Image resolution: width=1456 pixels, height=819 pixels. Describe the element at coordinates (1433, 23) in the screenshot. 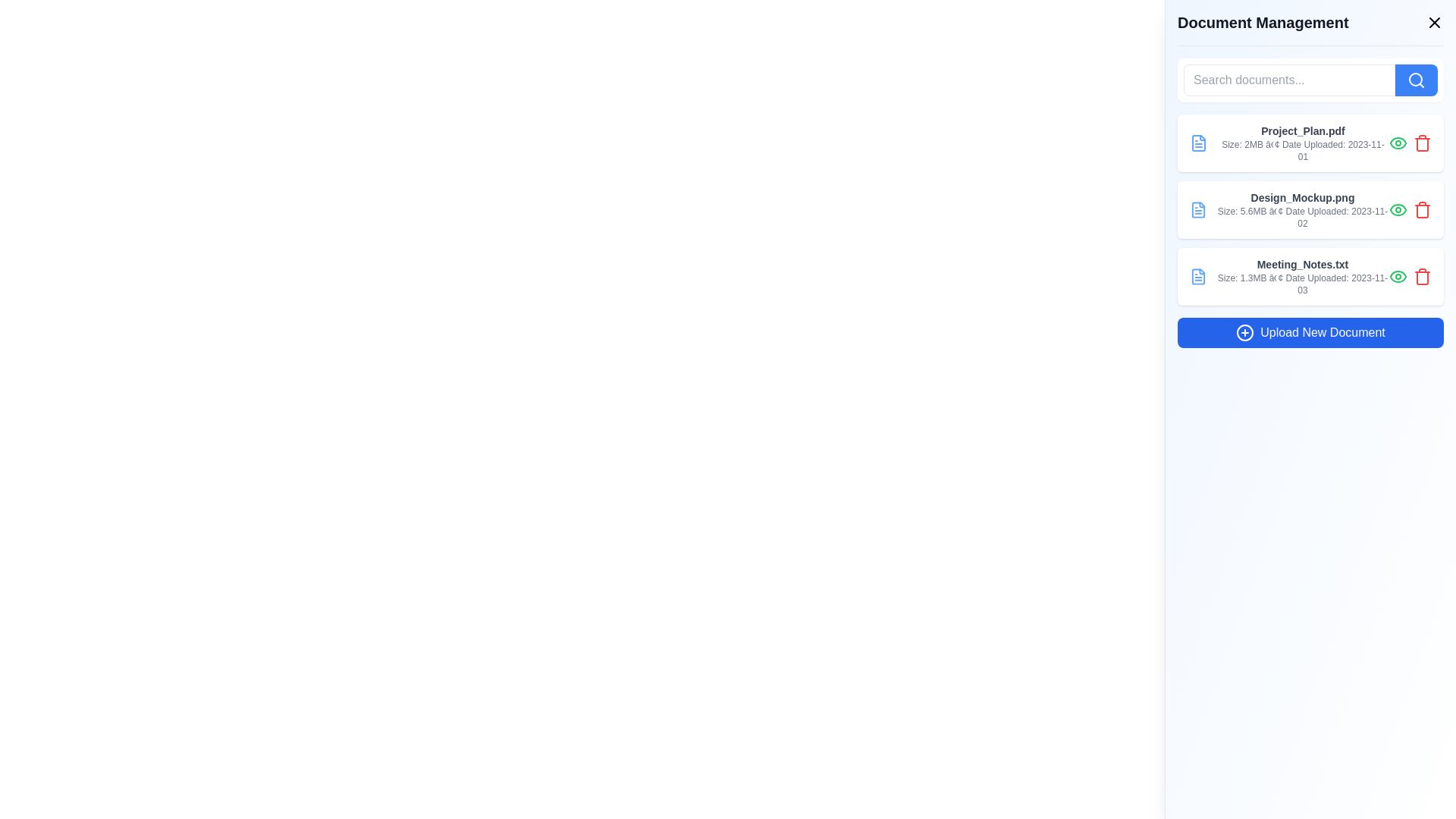

I see `the 'Close' button located at the far right side of the 'Document Management' panel to change its color` at that location.